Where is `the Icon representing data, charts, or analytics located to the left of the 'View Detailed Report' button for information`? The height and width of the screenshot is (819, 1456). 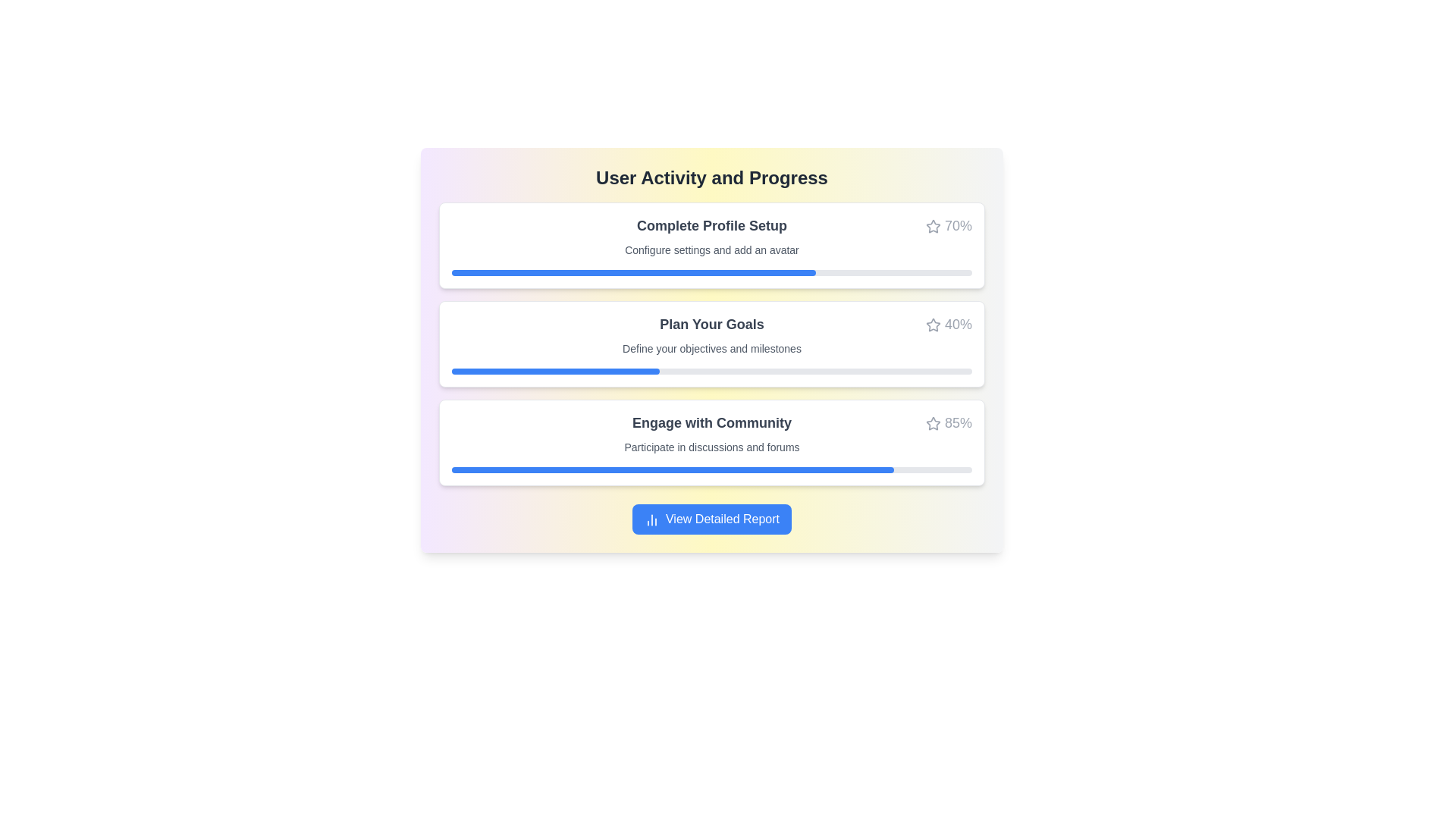 the Icon representing data, charts, or analytics located to the left of the 'View Detailed Report' button for information is located at coordinates (651, 519).